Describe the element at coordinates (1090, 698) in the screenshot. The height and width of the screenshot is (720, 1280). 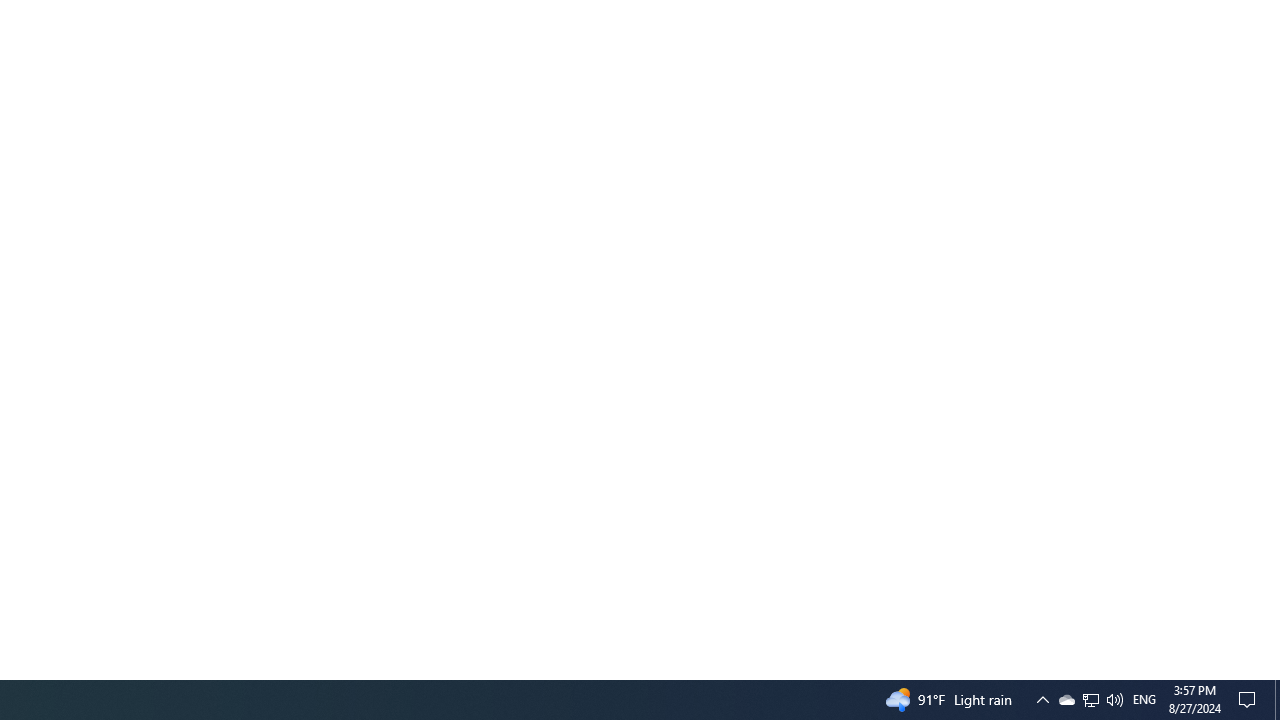
I see `'Tray Input Indicator - English (United States)'` at that location.